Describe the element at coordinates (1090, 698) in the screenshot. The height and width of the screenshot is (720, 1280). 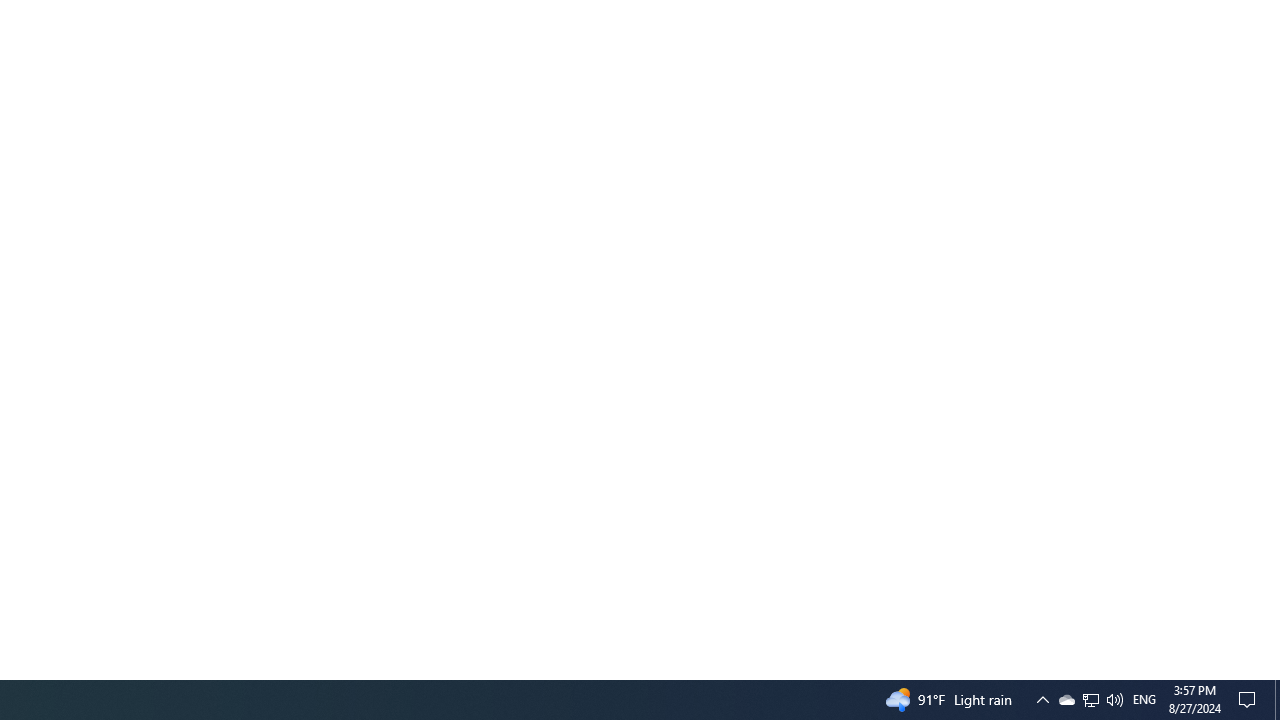
I see `'Tray Input Indicator - English (United States)'` at that location.